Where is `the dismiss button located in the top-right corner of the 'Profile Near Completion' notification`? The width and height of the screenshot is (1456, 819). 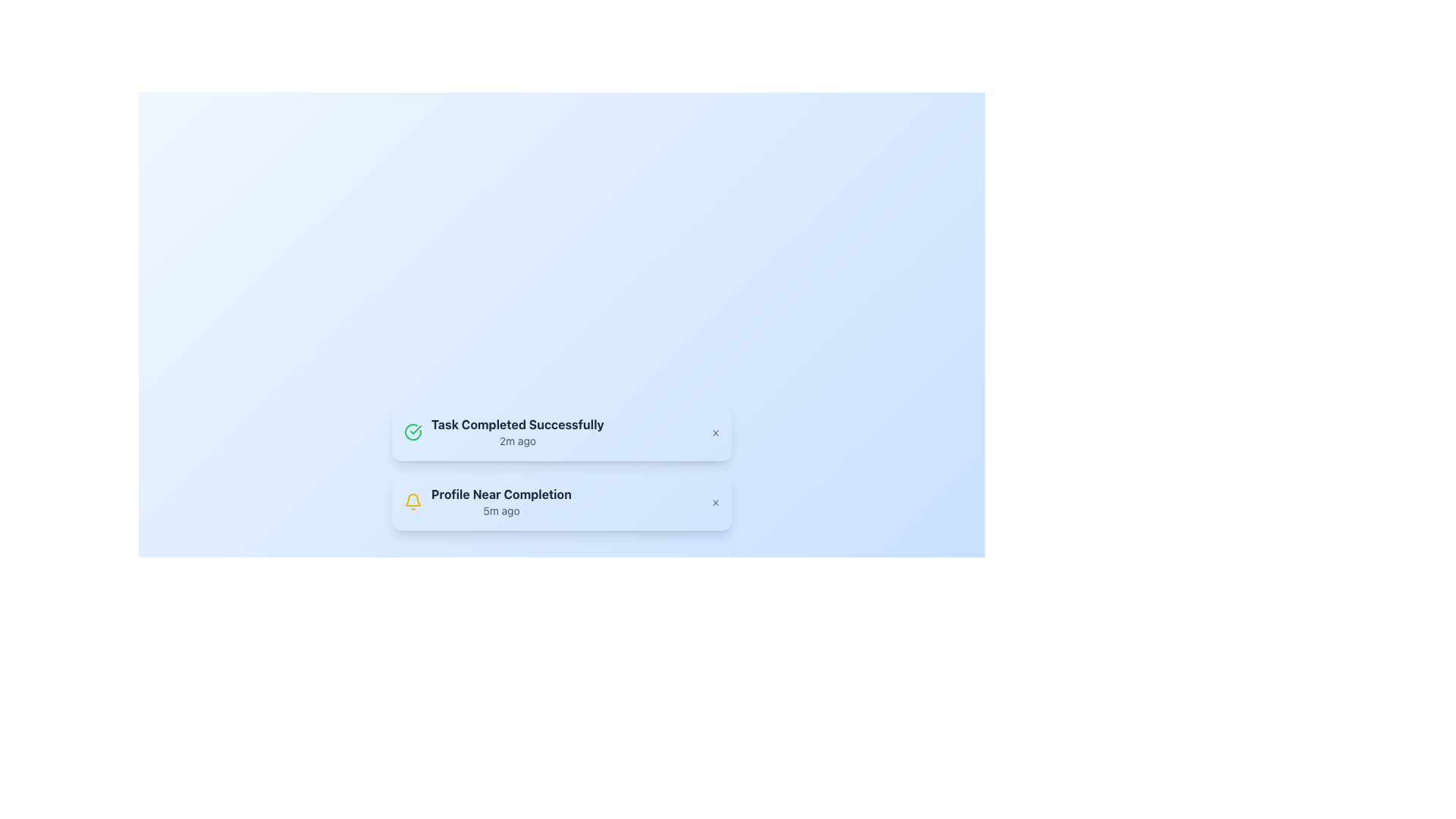 the dismiss button located in the top-right corner of the 'Profile Near Completion' notification is located at coordinates (715, 502).